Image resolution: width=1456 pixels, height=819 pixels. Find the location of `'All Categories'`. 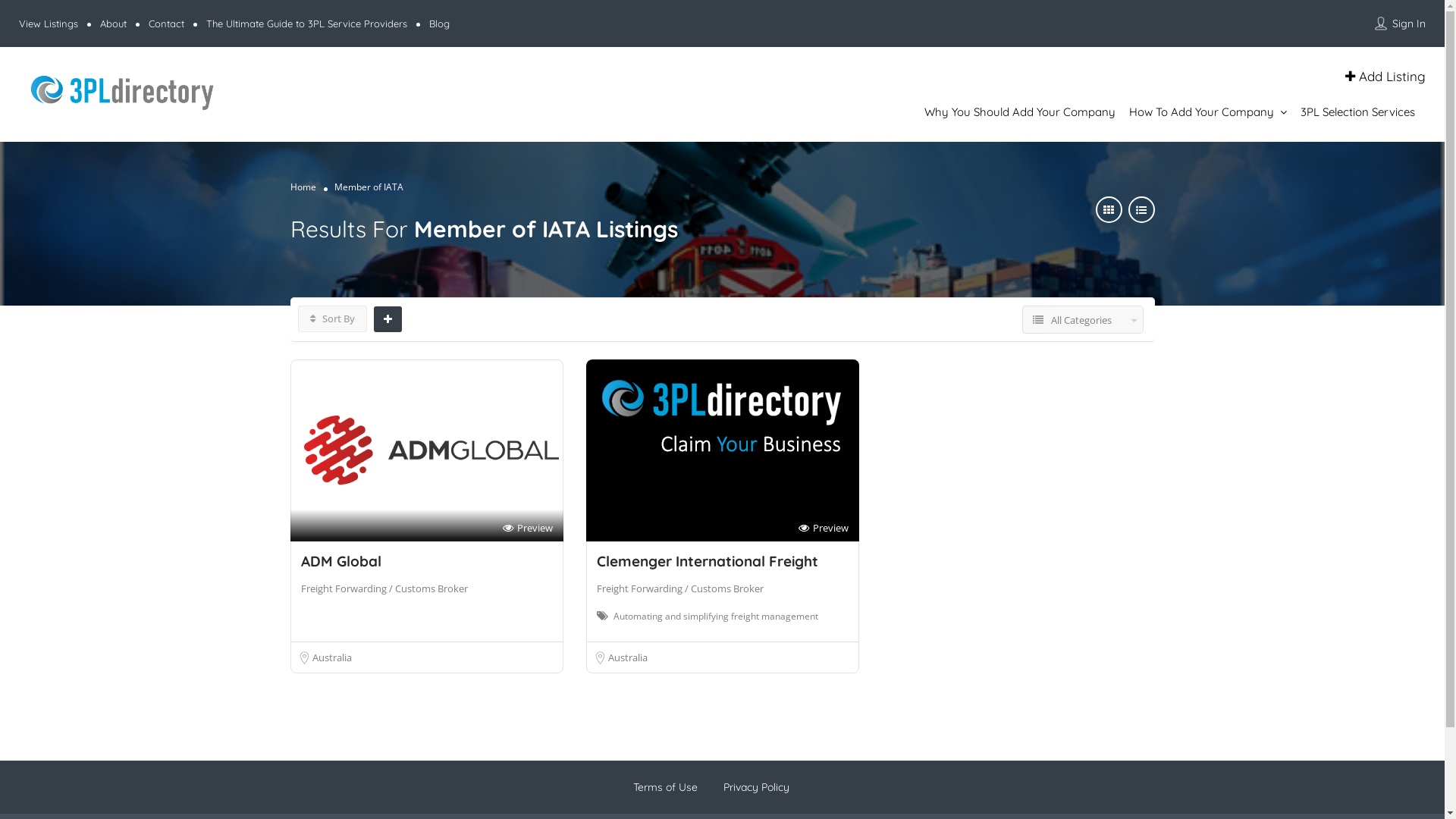

'All Categories' is located at coordinates (1043, 318).